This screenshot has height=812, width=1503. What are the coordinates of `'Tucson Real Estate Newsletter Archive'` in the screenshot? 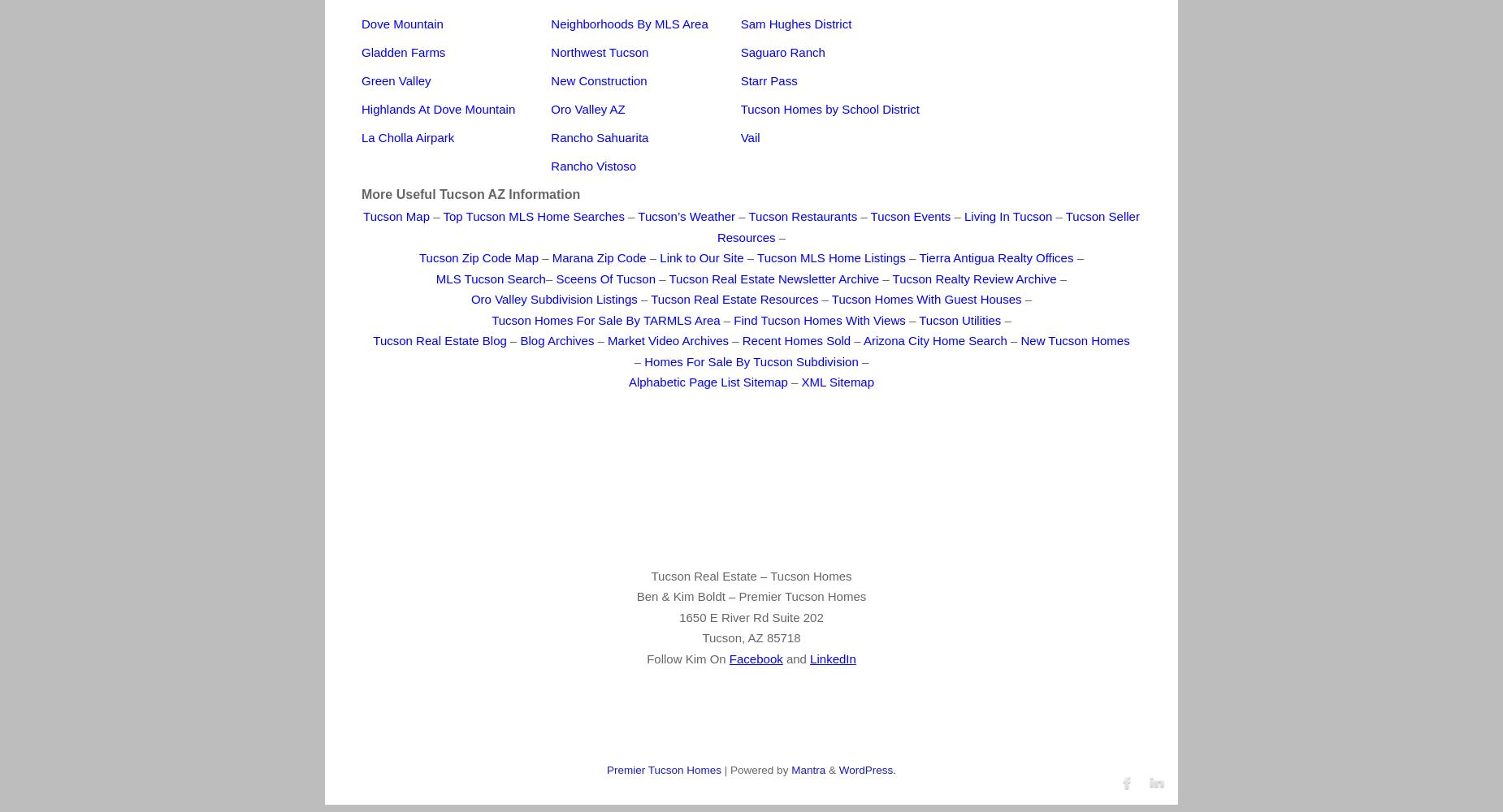 It's located at (669, 277).